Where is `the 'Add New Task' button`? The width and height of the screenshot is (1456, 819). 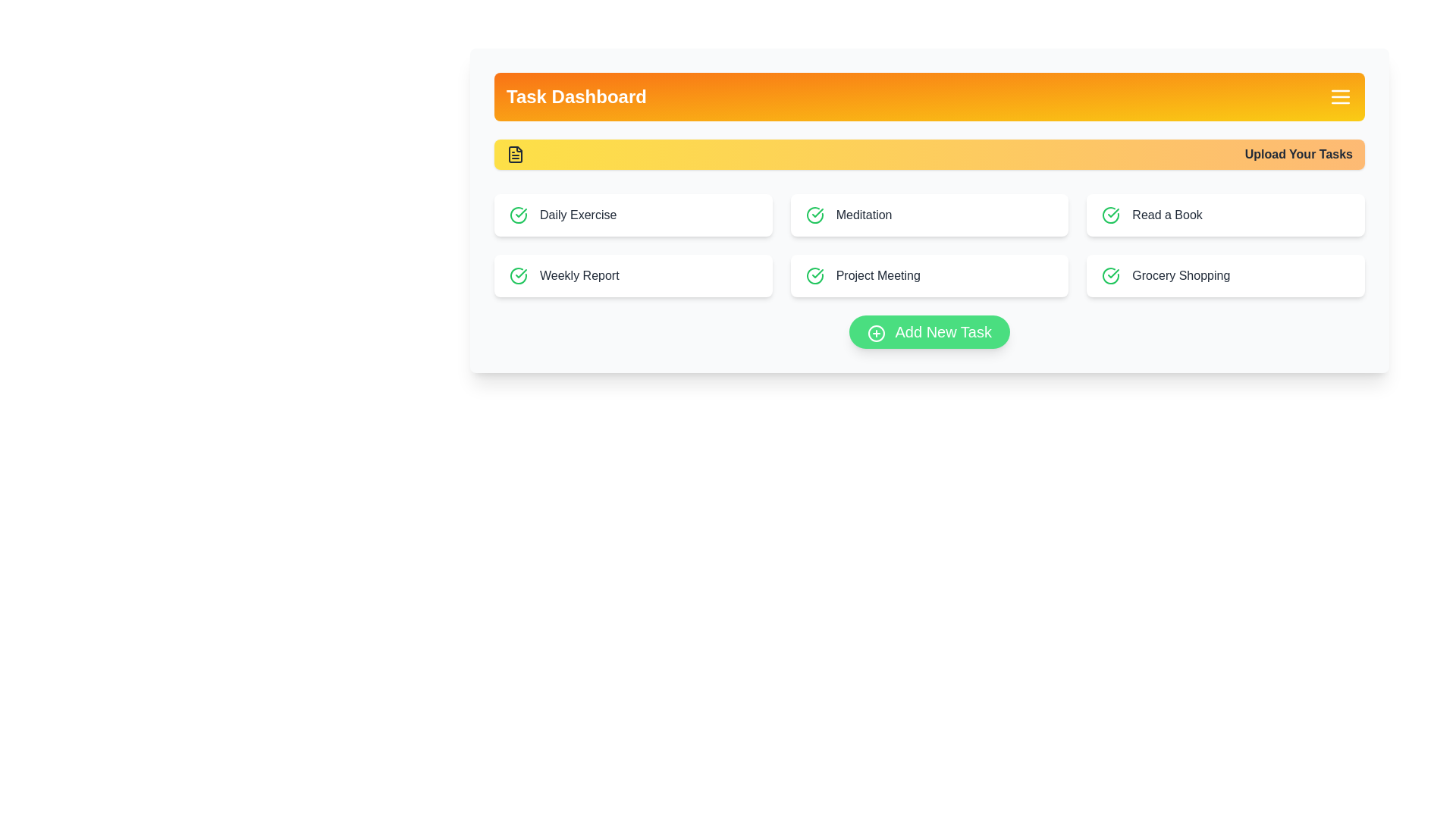
the 'Add New Task' button is located at coordinates (928, 331).